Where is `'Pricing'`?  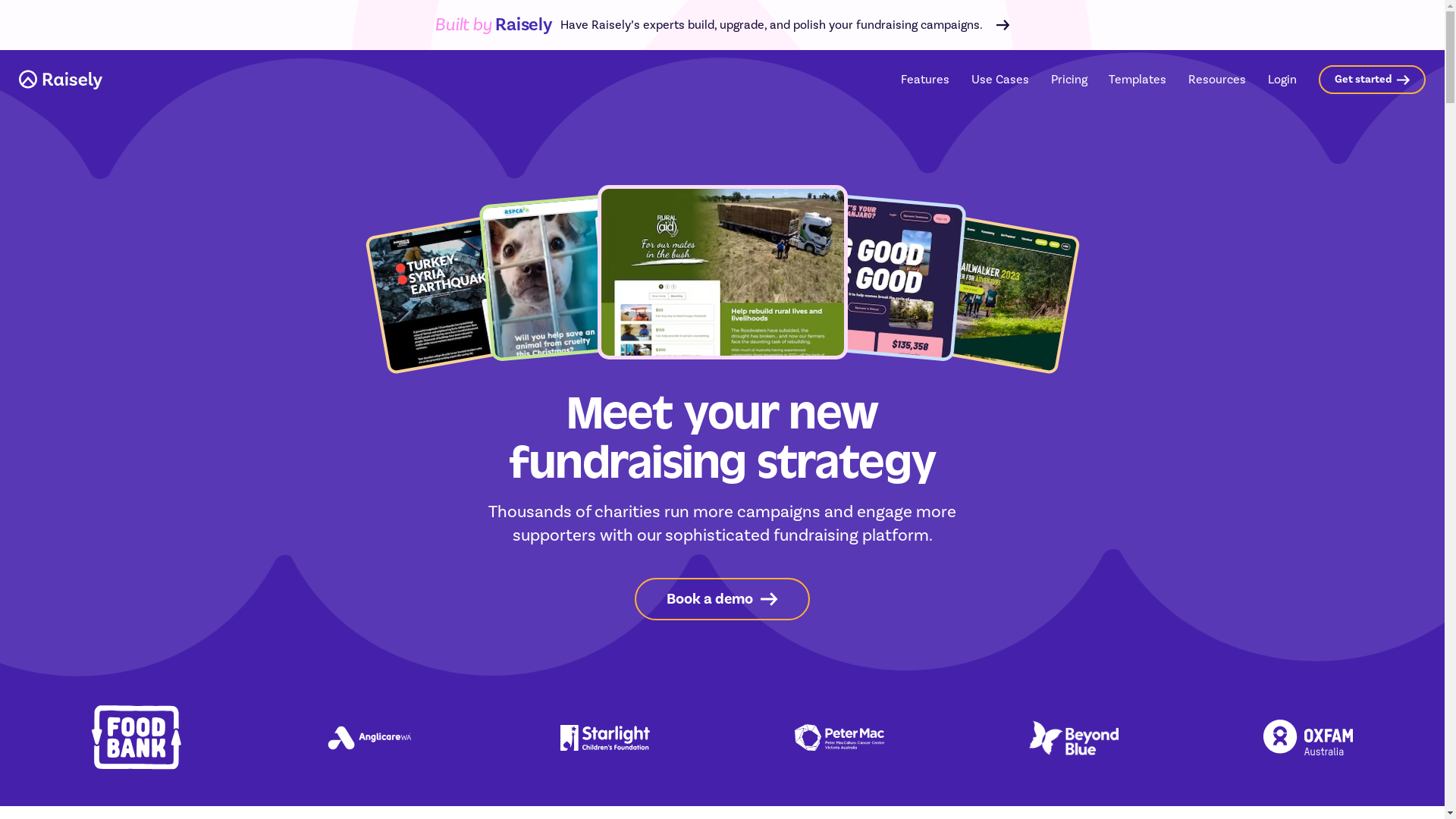
'Pricing' is located at coordinates (1068, 79).